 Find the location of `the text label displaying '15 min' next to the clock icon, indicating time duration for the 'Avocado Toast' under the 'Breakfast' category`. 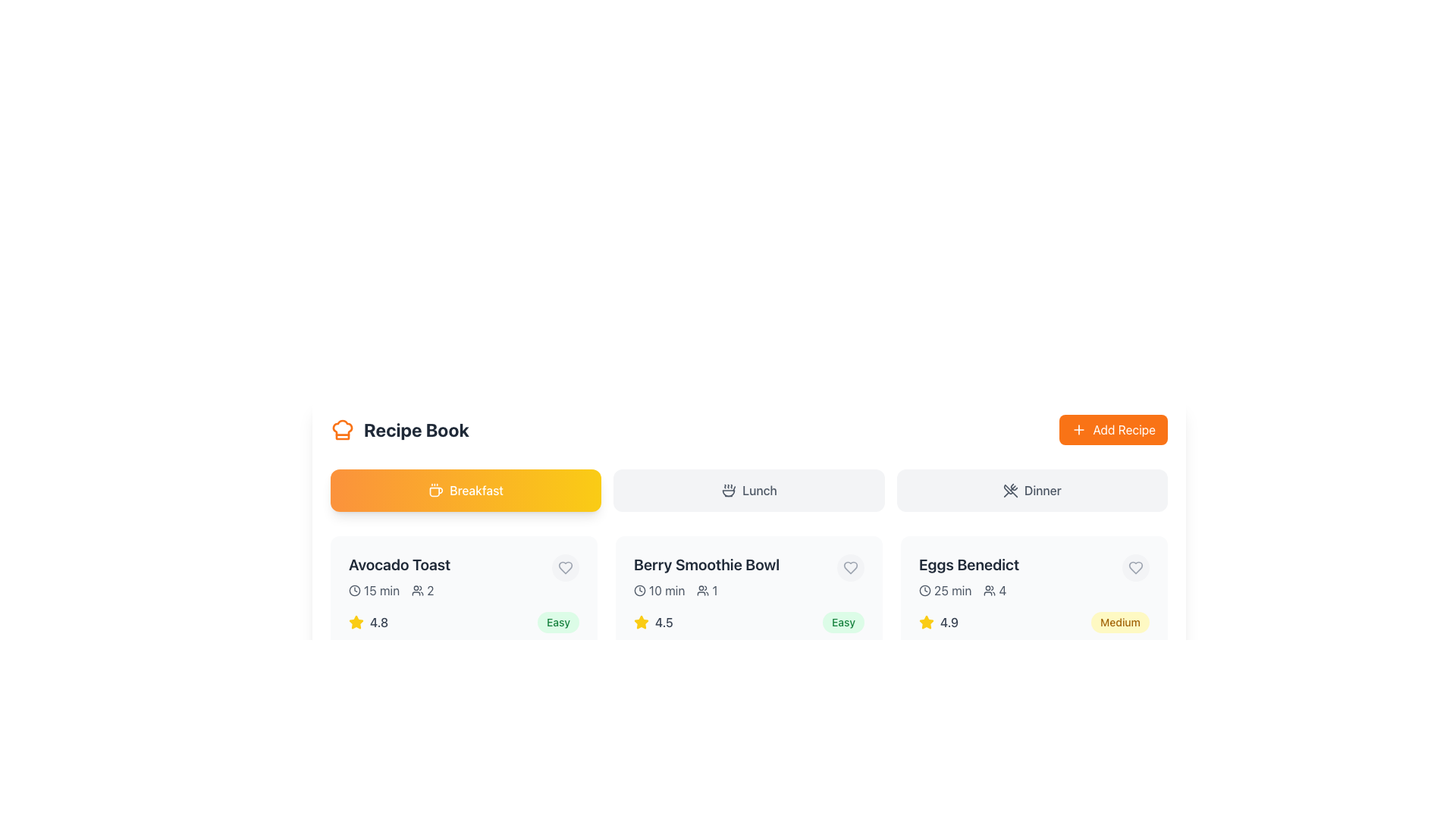

the text label displaying '15 min' next to the clock icon, indicating time duration for the 'Avocado Toast' under the 'Breakfast' category is located at coordinates (381, 590).